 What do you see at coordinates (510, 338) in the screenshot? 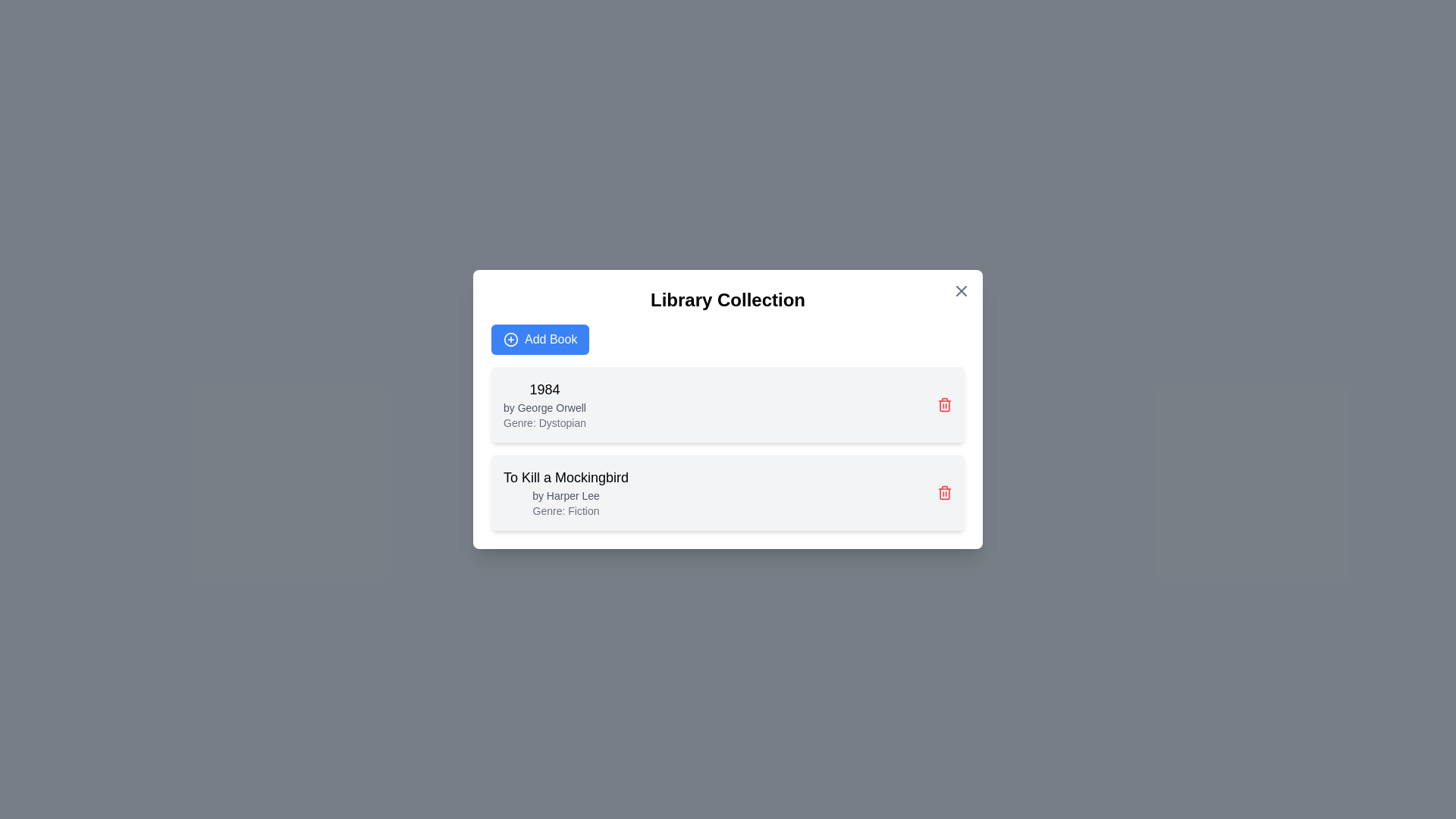
I see `the 'Add Book' icon located on the left side of the 'Add Book' button, which visually indicates the functionality of adding a book` at bounding box center [510, 338].